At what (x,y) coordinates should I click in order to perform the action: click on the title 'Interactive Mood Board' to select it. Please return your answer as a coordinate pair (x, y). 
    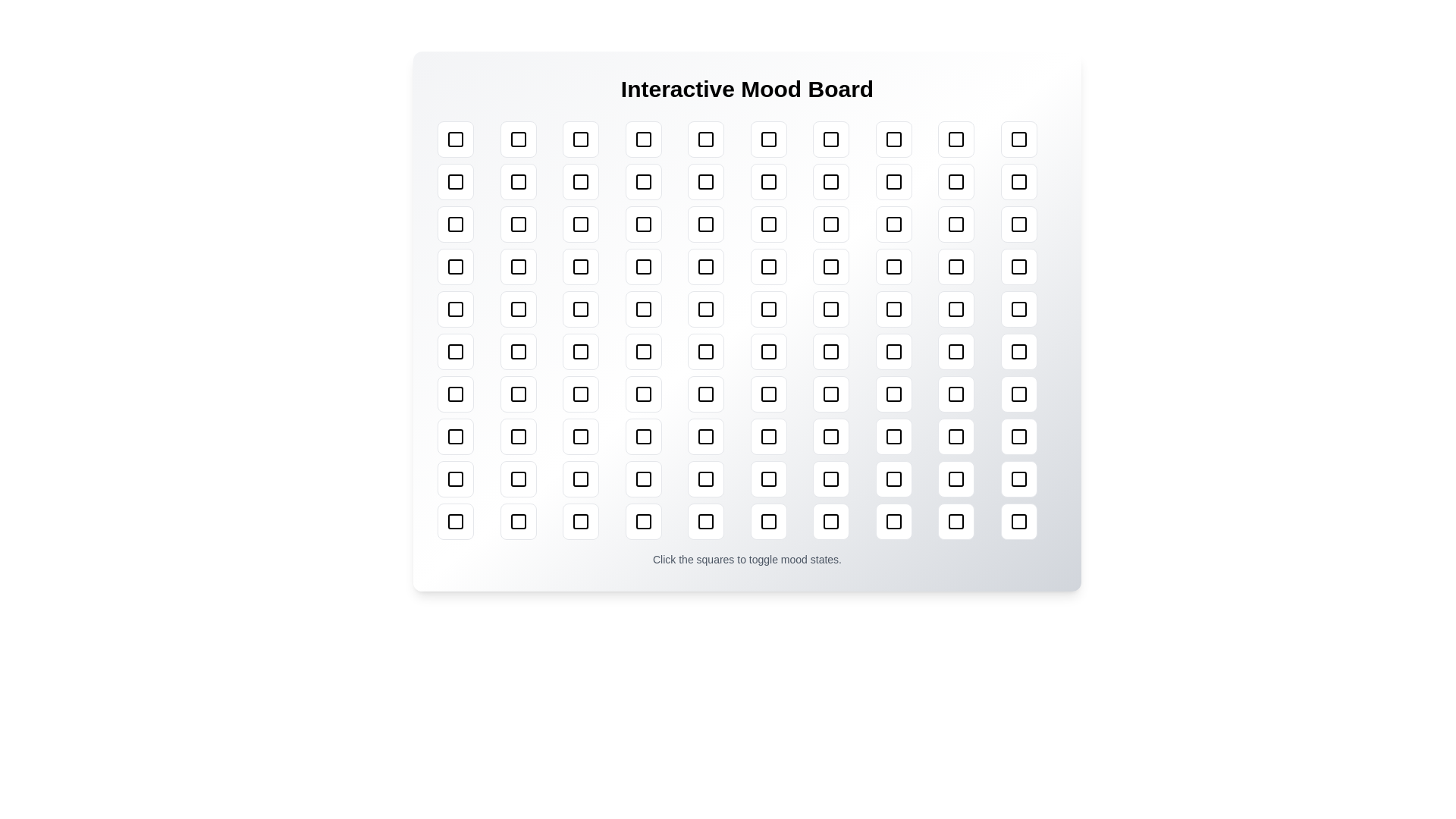
    Looking at the image, I should click on (747, 89).